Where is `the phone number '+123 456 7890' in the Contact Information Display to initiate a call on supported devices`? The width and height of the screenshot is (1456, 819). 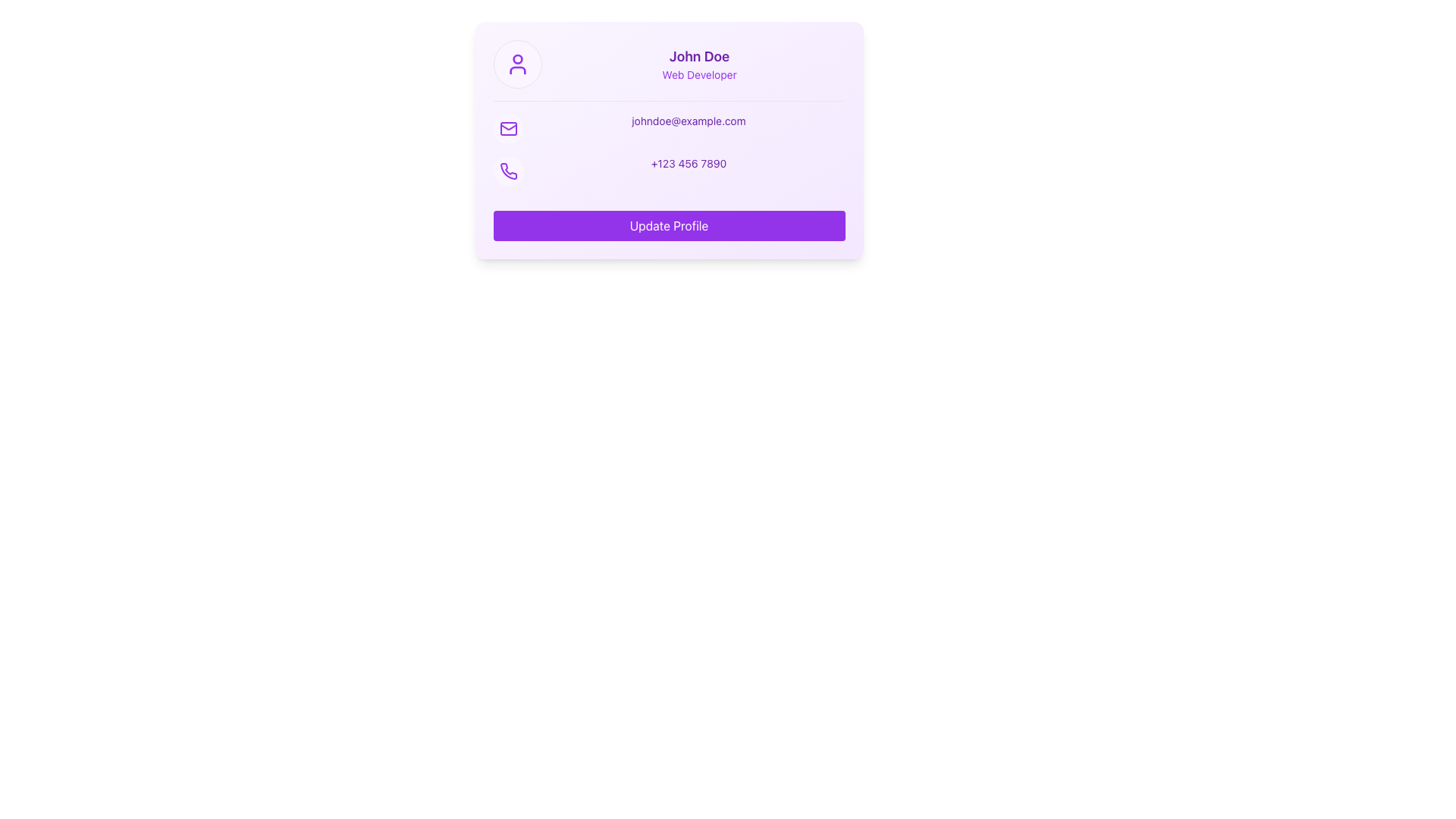 the phone number '+123 456 7890' in the Contact Information Display to initiate a call on supported devices is located at coordinates (668, 149).